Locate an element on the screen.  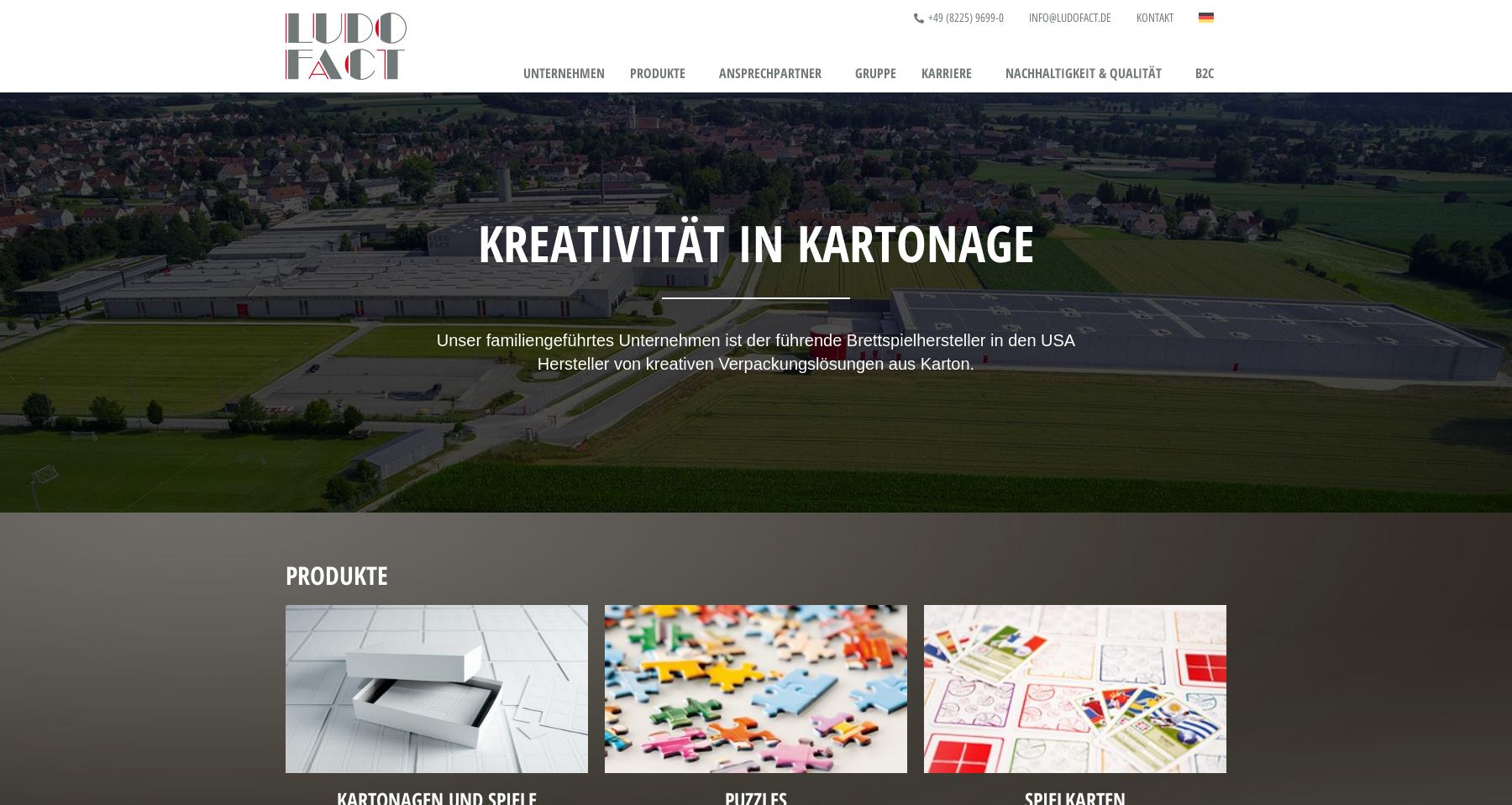
'Ausbildung & Studium' is located at coordinates (1003, 111).